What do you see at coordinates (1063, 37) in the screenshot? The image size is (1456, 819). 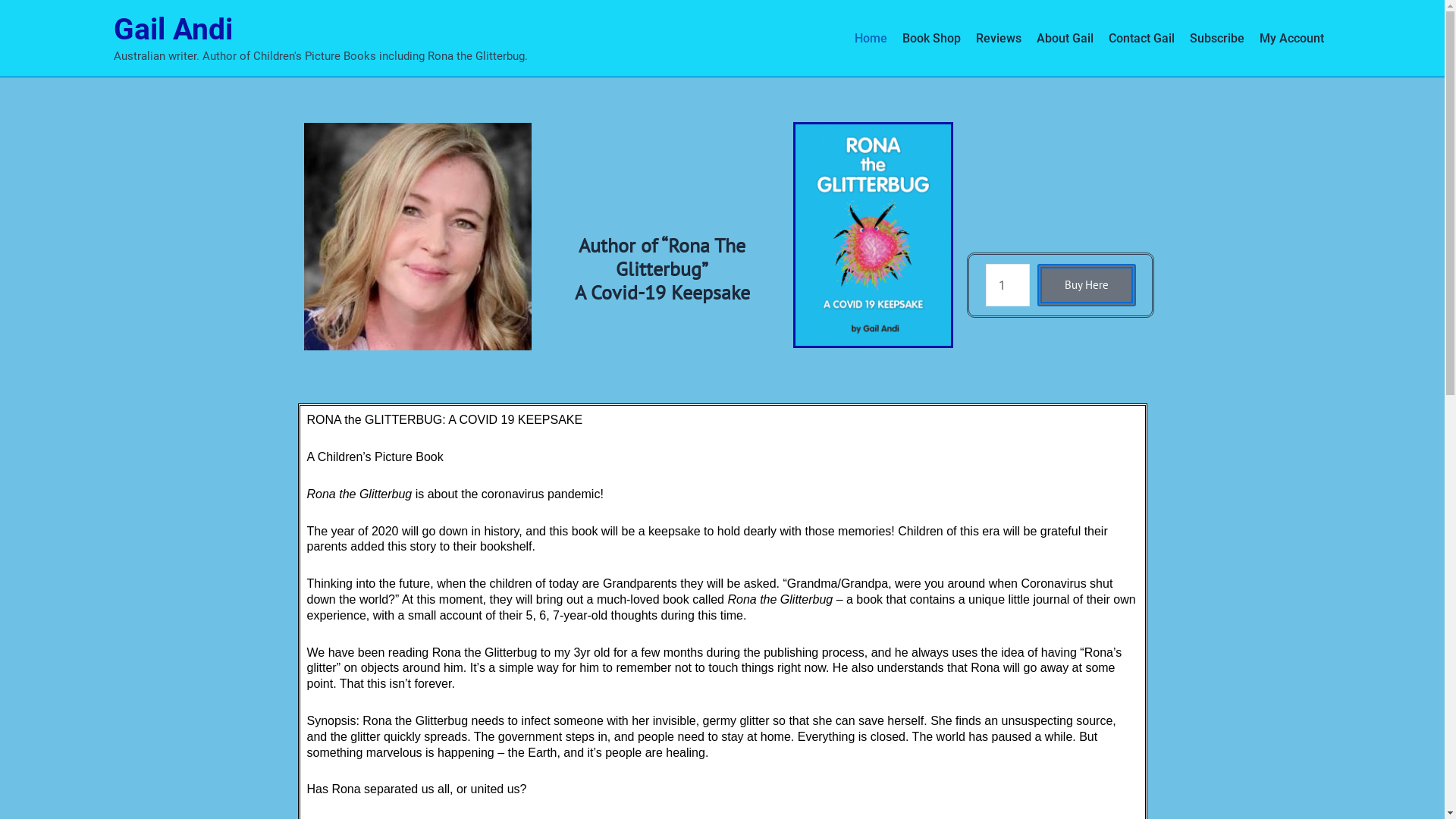 I see `'About Gail'` at bounding box center [1063, 37].